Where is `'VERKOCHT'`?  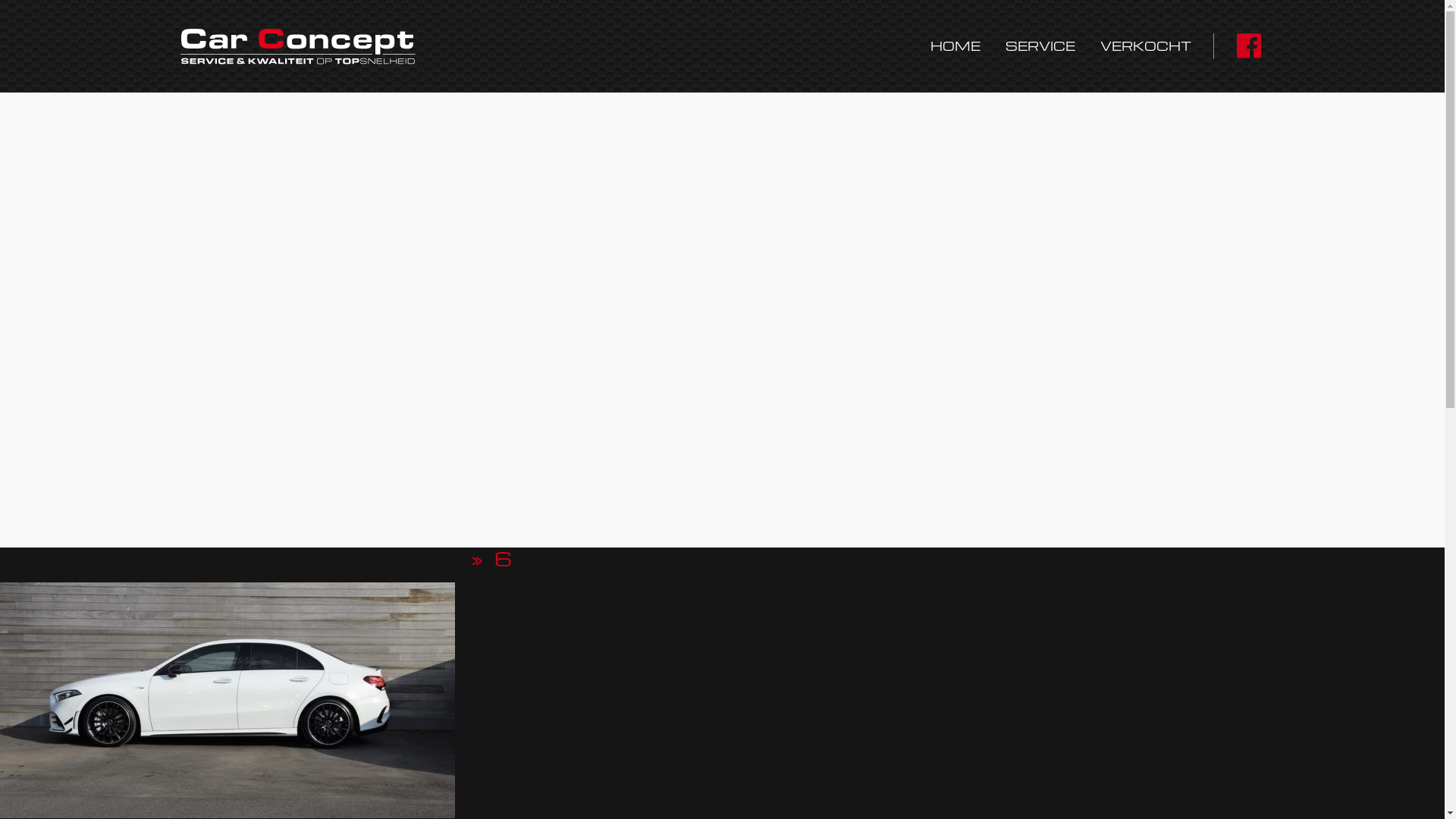 'VERKOCHT' is located at coordinates (1146, 45).